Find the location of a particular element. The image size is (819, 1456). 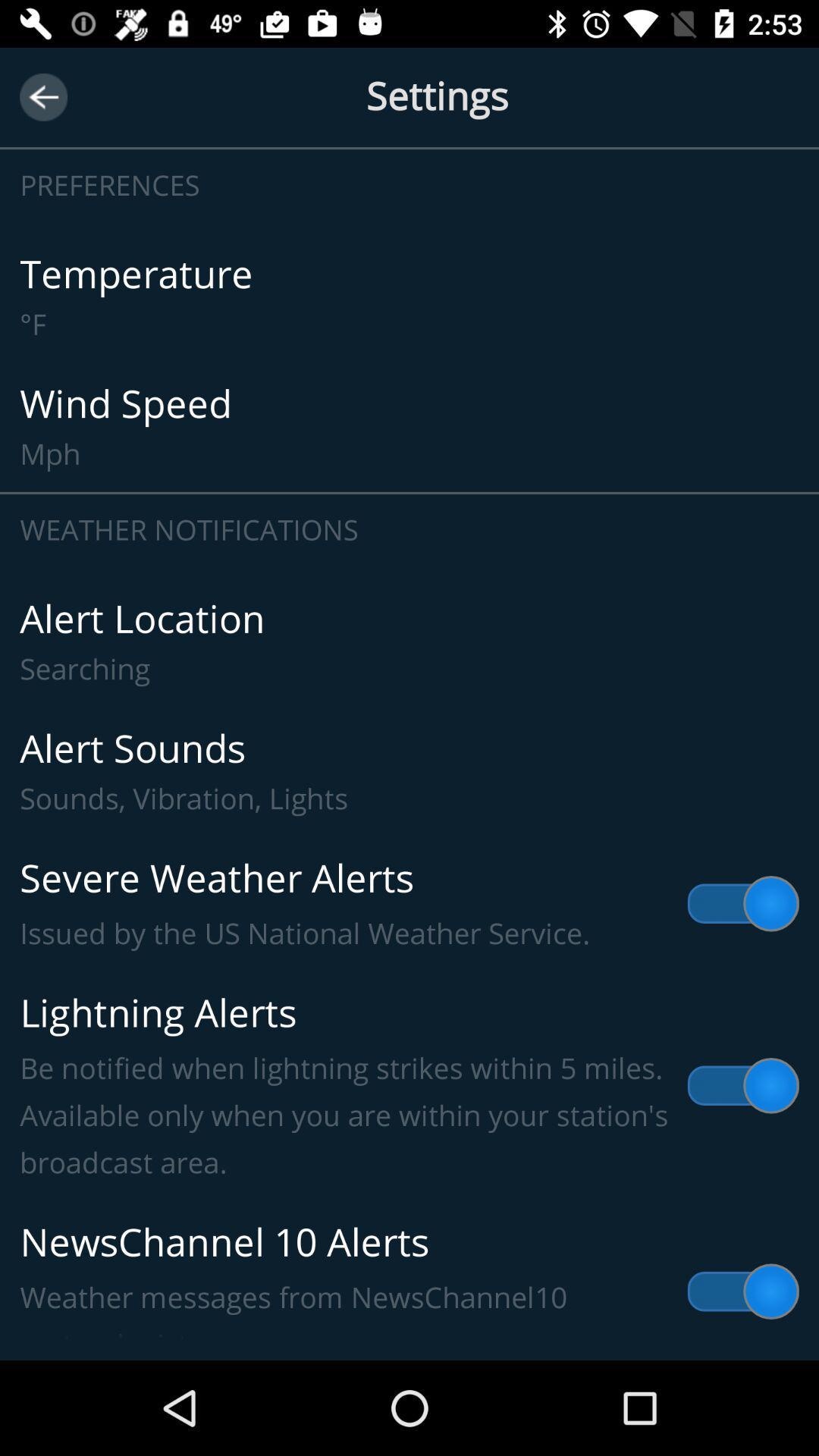

the arrow_backward icon is located at coordinates (42, 96).